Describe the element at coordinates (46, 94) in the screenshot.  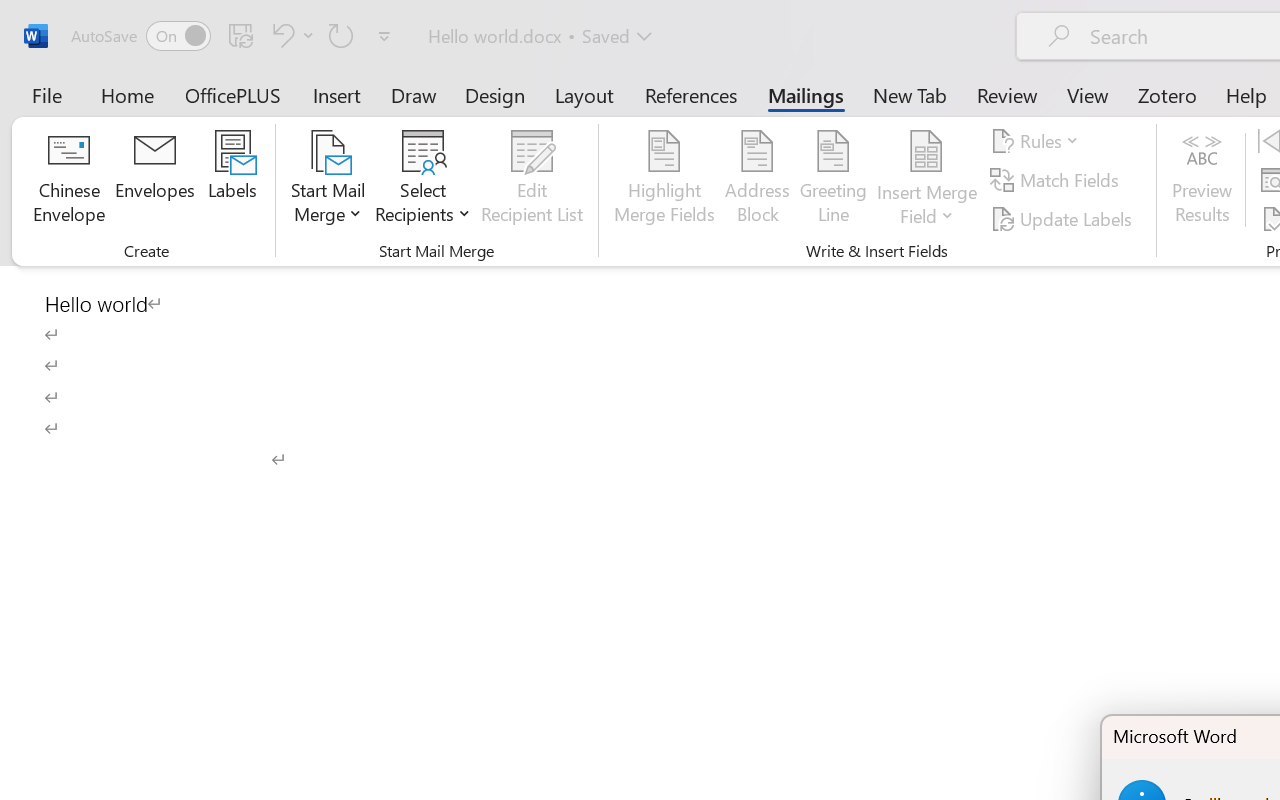
I see `'File Tab'` at that location.